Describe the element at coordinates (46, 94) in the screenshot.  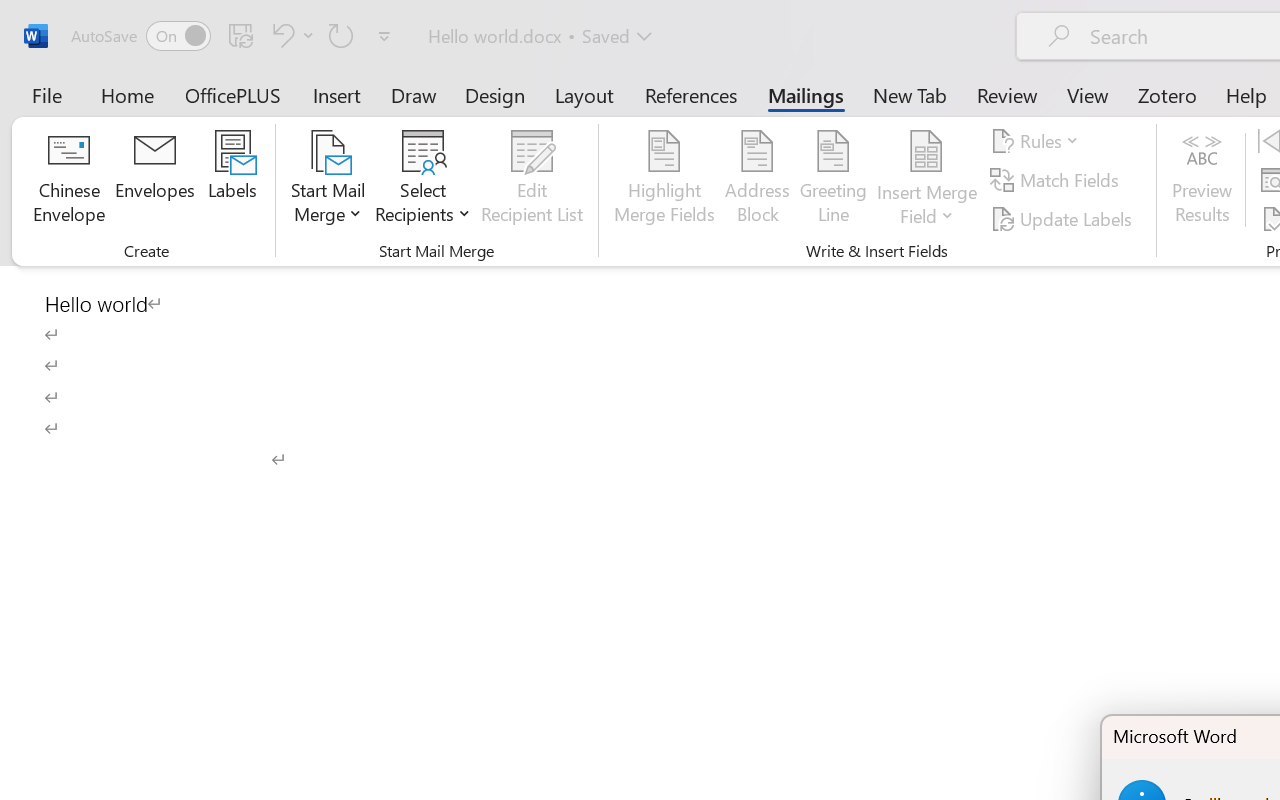
I see `'File Tab'` at that location.